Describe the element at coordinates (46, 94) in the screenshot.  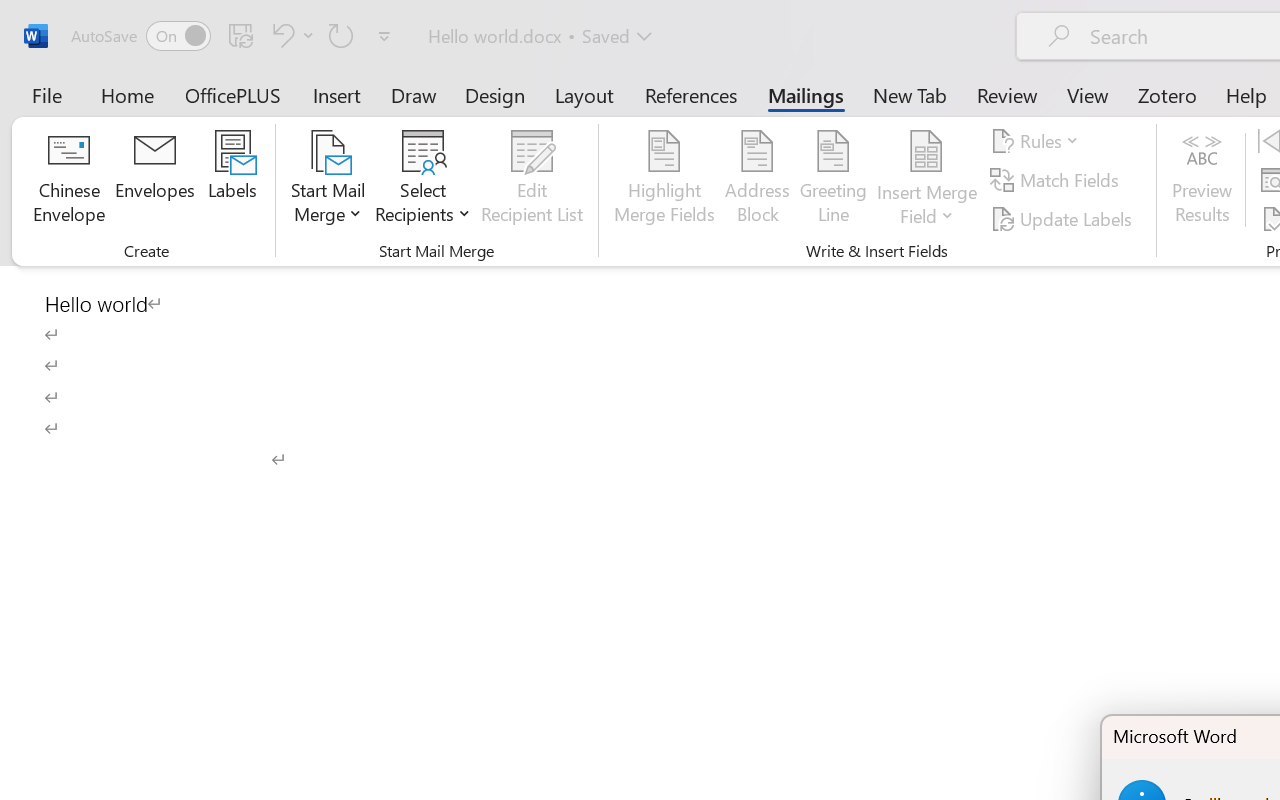
I see `'File Tab'` at that location.